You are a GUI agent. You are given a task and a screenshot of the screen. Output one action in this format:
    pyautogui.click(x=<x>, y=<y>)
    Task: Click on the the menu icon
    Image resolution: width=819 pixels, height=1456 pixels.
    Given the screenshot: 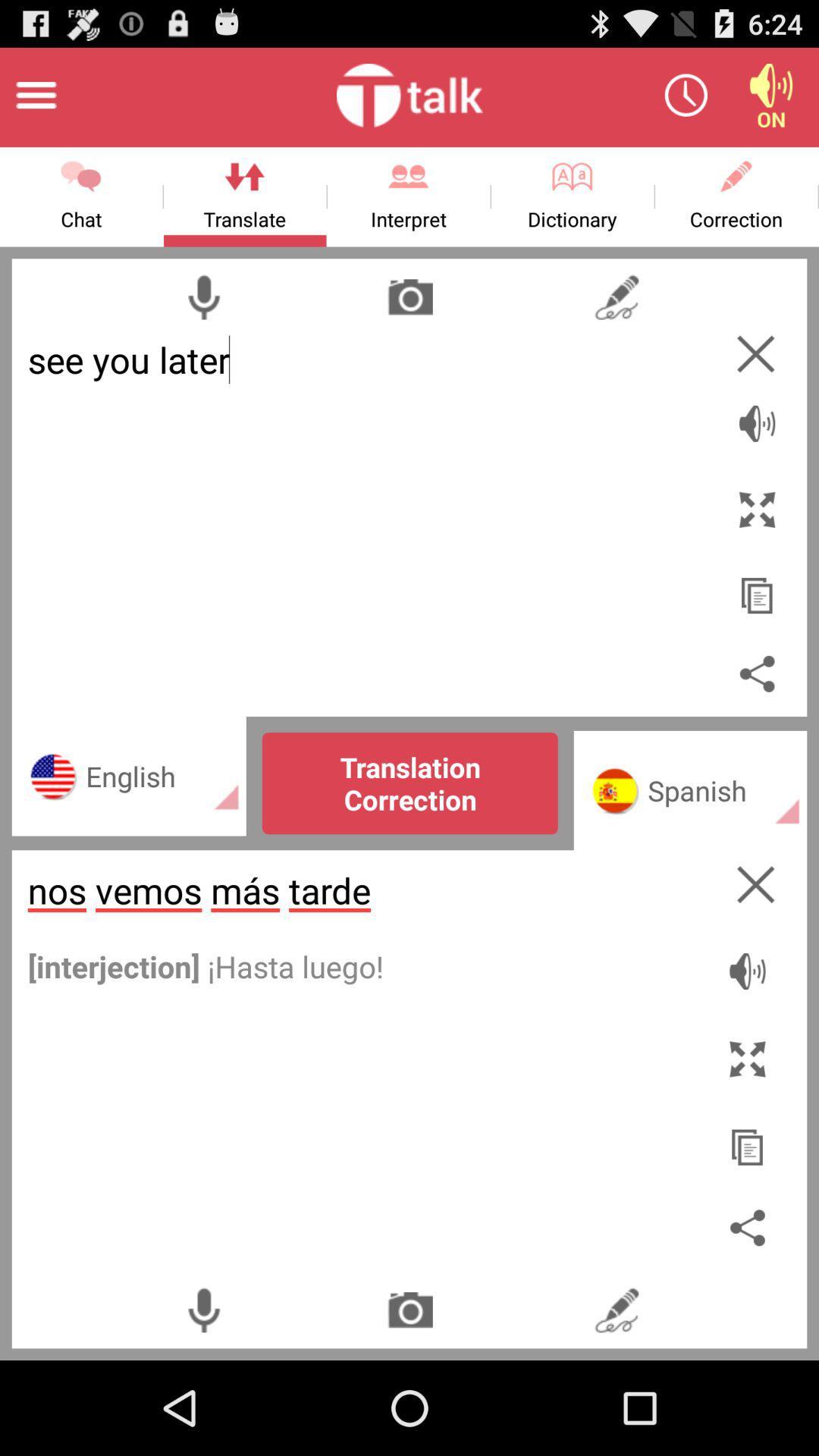 What is the action you would take?
    pyautogui.click(x=35, y=101)
    